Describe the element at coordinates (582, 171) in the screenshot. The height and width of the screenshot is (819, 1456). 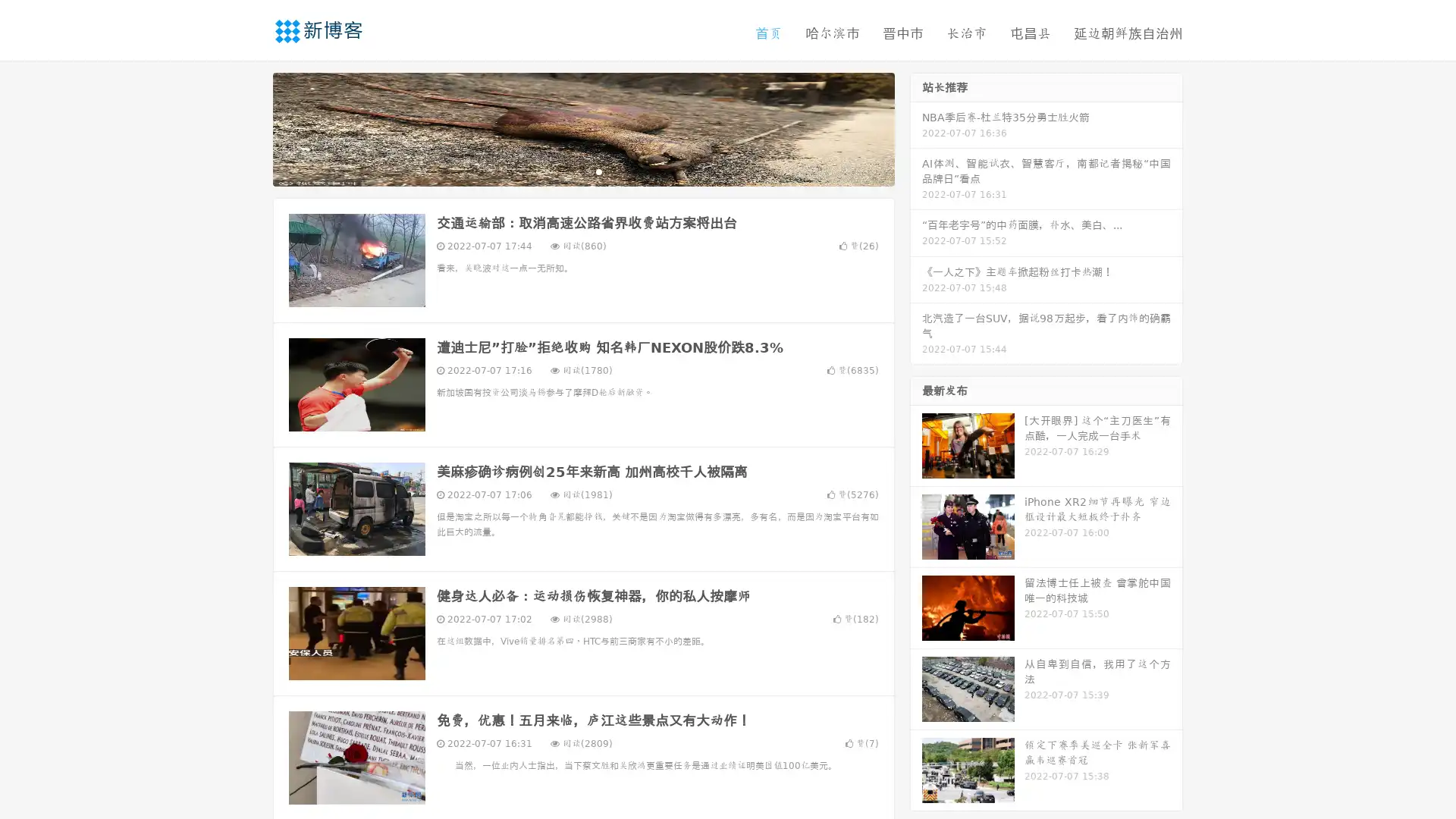
I see `Go to slide 2` at that location.